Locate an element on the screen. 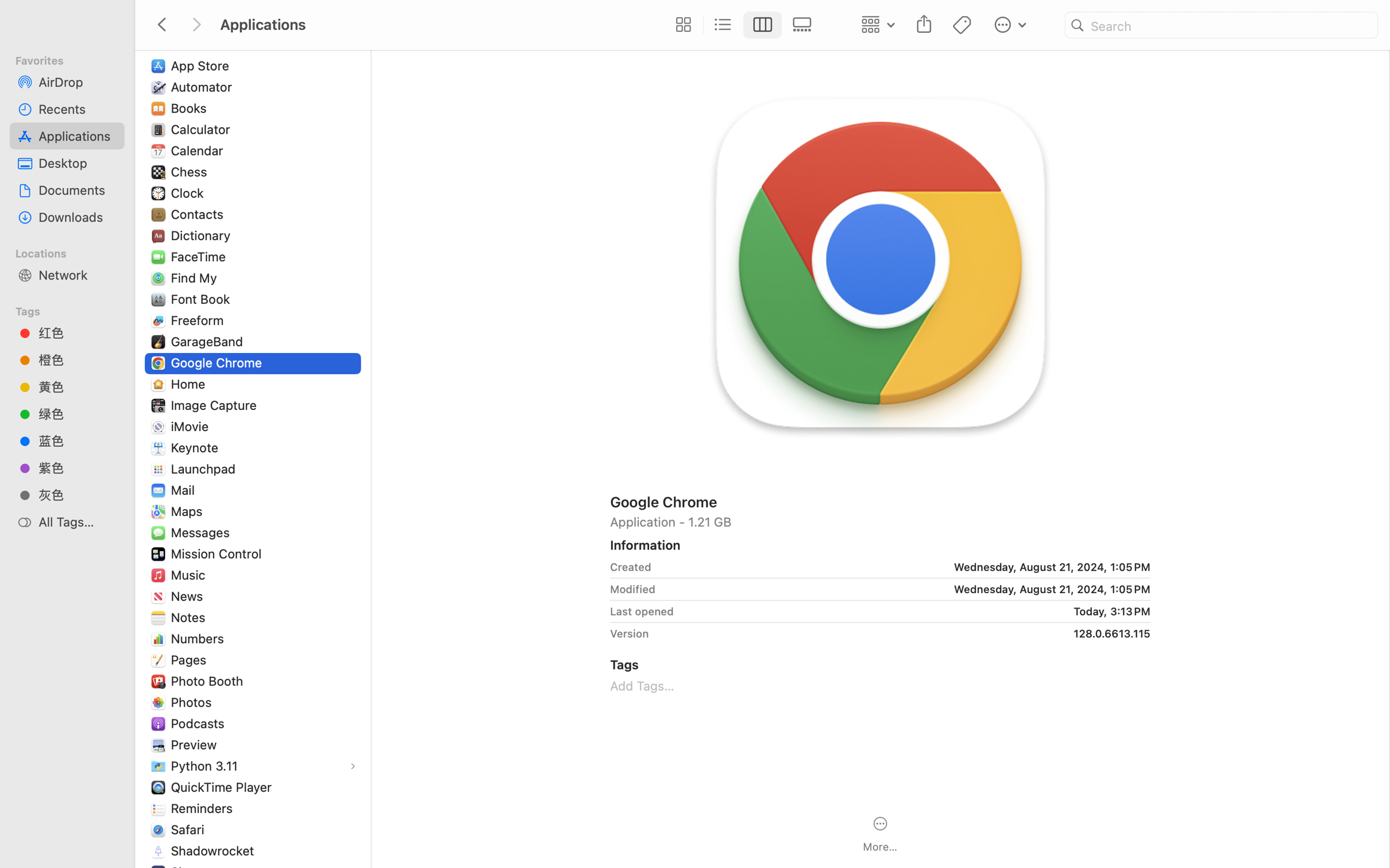 This screenshot has width=1390, height=868. 'Preview' is located at coordinates (195, 744).